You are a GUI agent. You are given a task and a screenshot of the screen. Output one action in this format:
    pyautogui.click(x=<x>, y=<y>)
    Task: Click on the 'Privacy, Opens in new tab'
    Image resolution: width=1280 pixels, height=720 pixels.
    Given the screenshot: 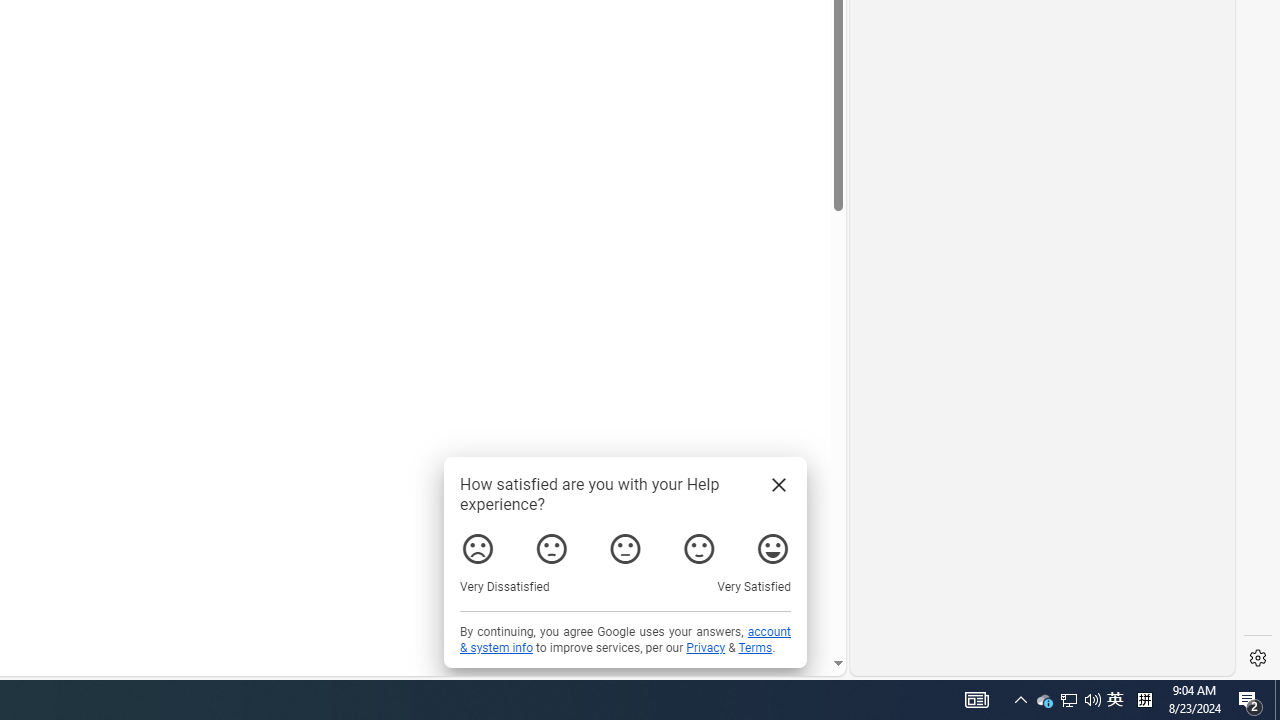 What is the action you would take?
    pyautogui.click(x=705, y=648)
    